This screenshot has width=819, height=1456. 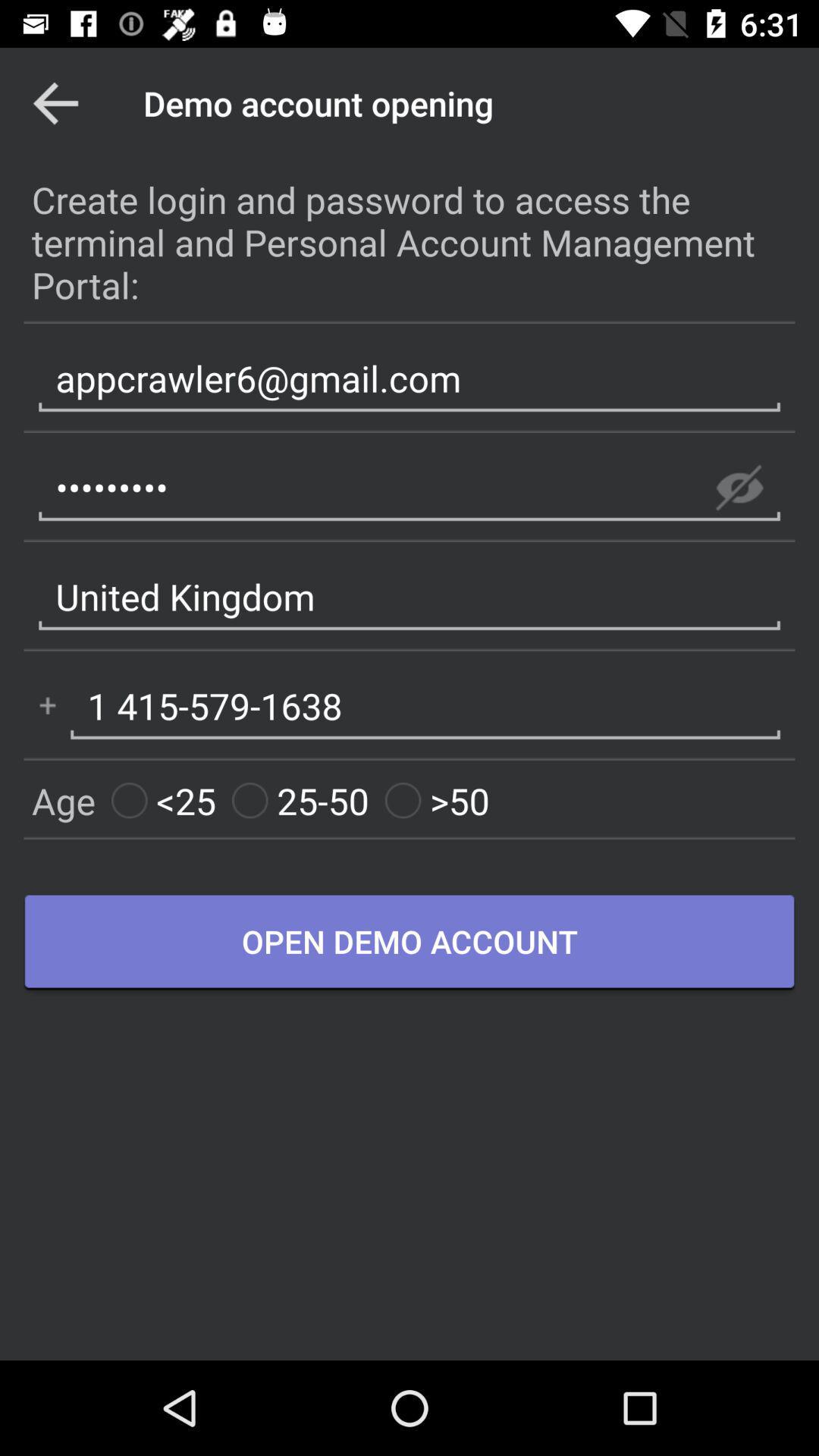 I want to click on the icon on the right, so click(x=739, y=488).